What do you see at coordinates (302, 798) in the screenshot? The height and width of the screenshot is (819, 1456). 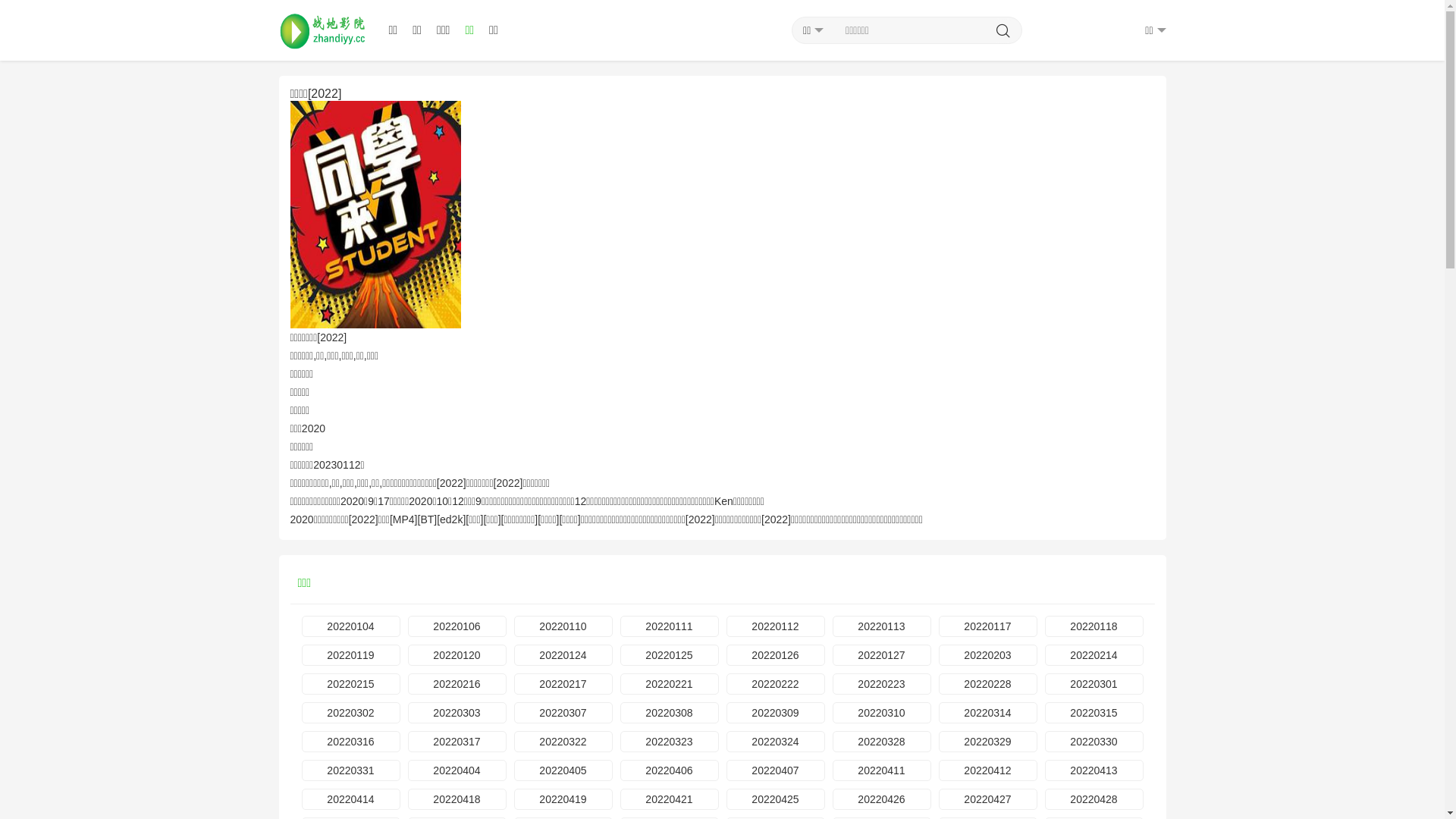 I see `'20220414'` at bounding box center [302, 798].